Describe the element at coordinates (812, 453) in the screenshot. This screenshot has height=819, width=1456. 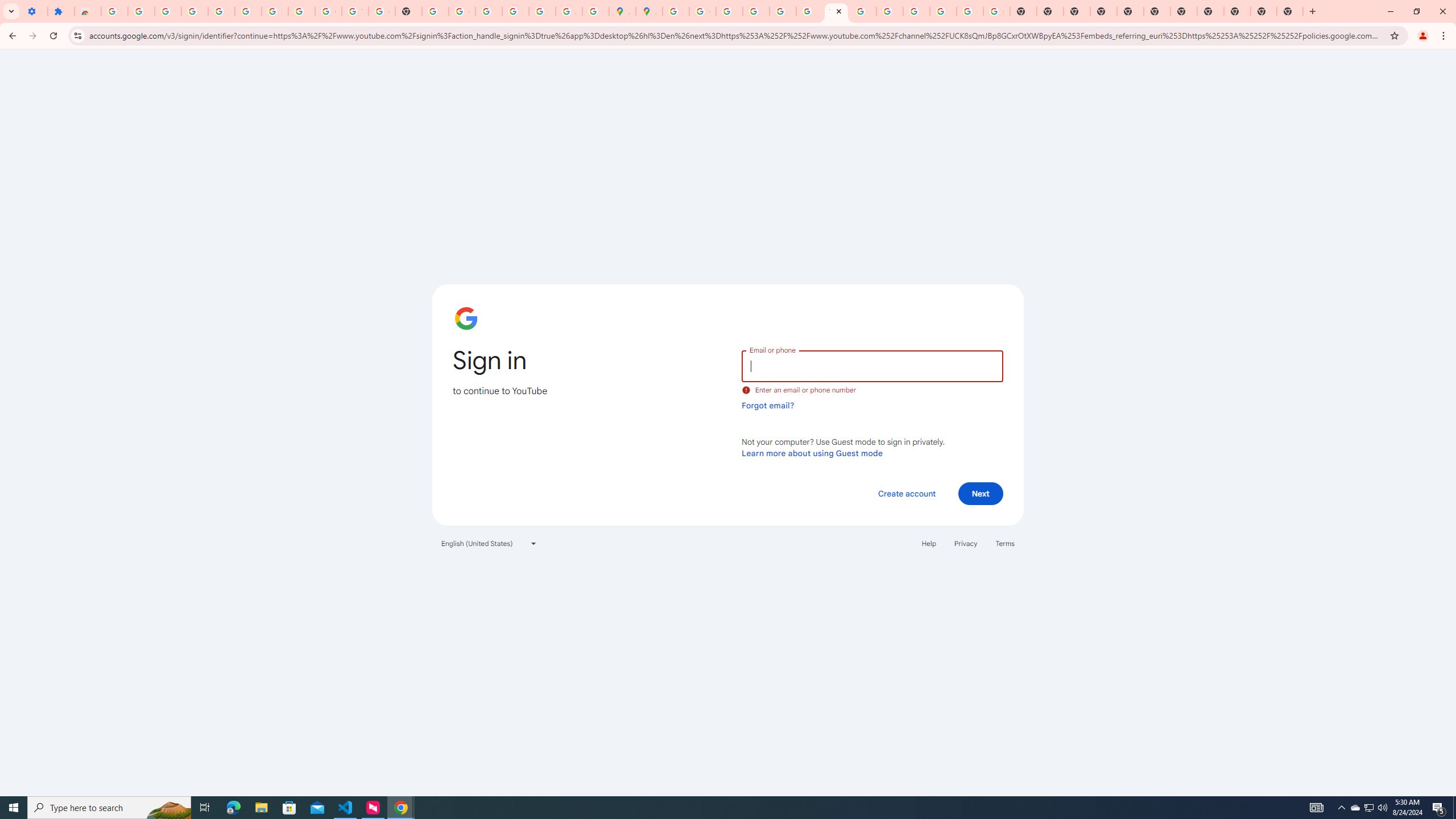
I see `'Learn more about using Guest mode'` at that location.